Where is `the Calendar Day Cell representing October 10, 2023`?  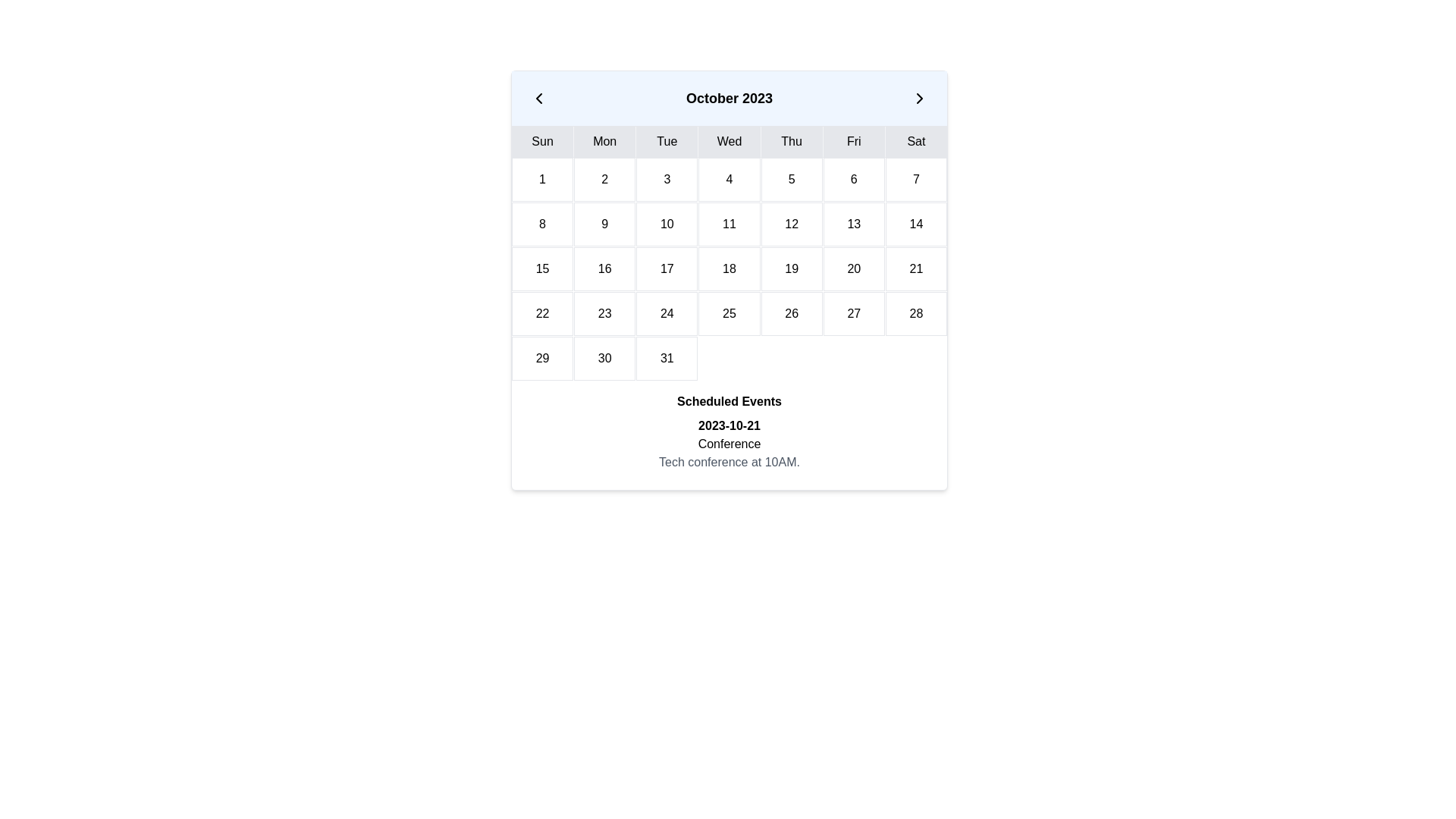 the Calendar Day Cell representing October 10, 2023 is located at coordinates (667, 224).